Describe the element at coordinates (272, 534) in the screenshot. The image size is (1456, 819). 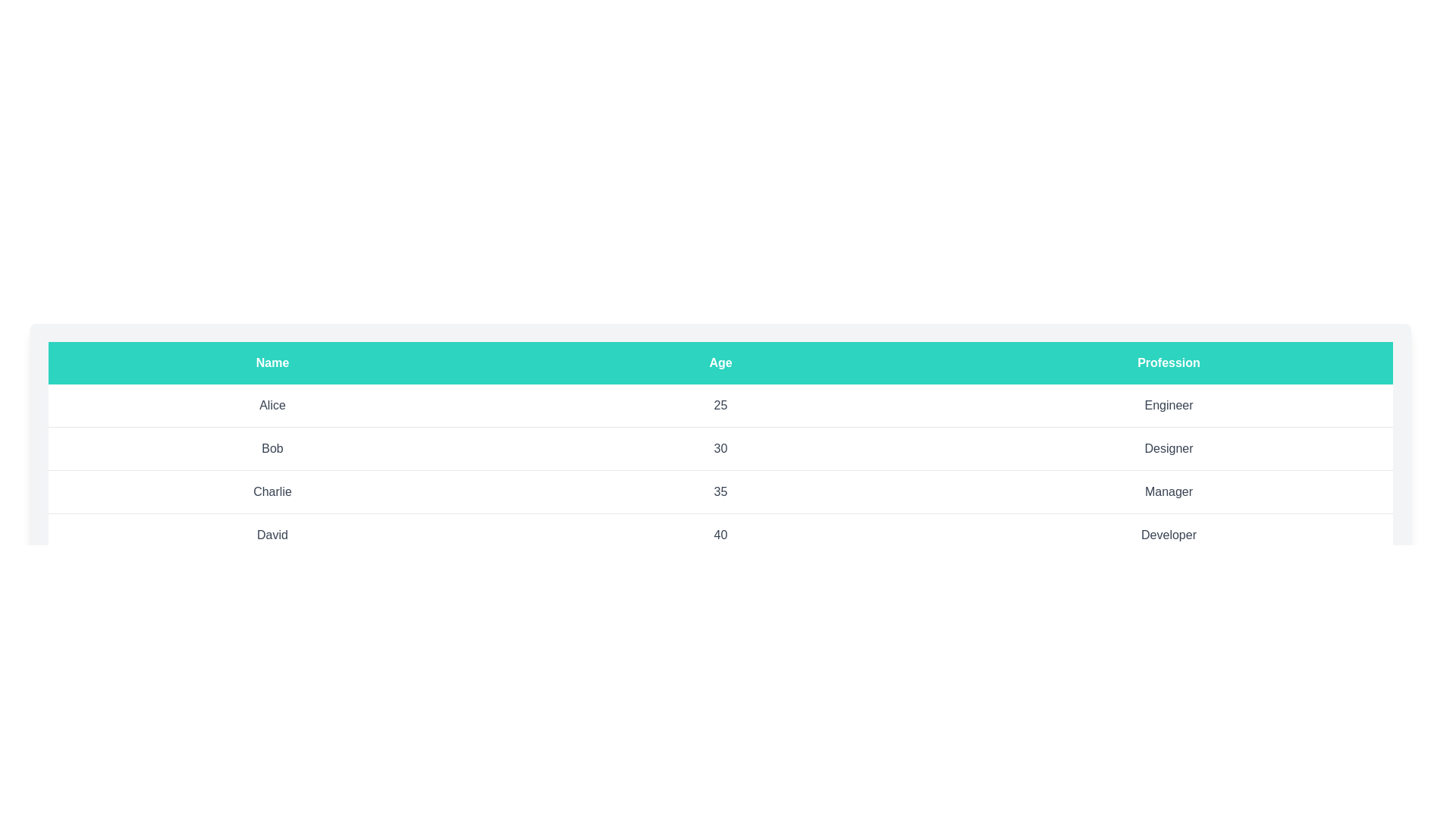
I see `the text element displaying the word 'David', which is located in the leftmost column of the last row of a table, aligned with the texts '40' and 'Developer'` at that location.